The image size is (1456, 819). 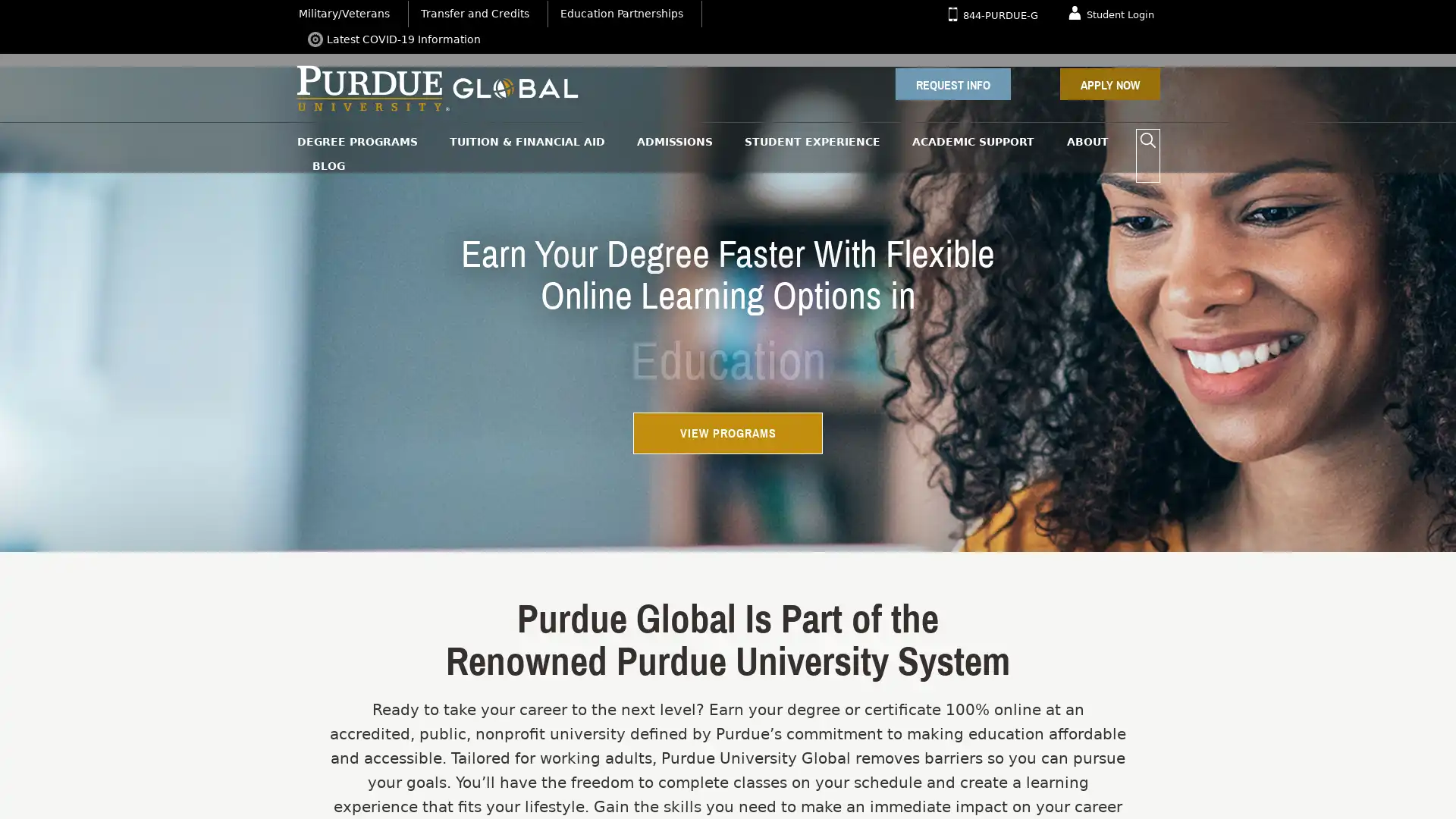 I want to click on Search, so click(x=1147, y=140).